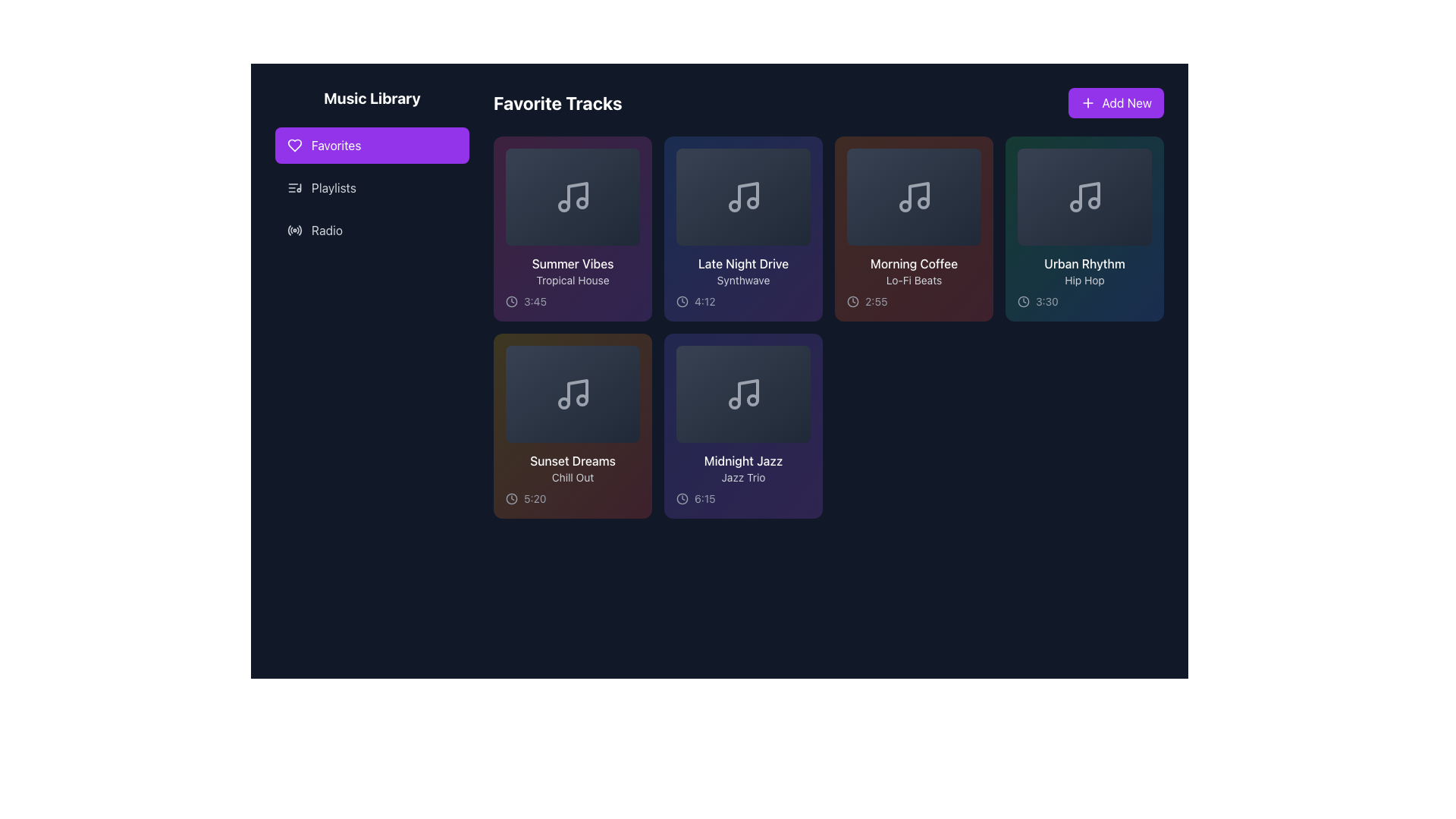  What do you see at coordinates (1023, 301) in the screenshot?
I see `the icon located at the bottom-left corner of the 'Urban Rhythm' music card, next to the track duration text '3:30'` at bounding box center [1023, 301].